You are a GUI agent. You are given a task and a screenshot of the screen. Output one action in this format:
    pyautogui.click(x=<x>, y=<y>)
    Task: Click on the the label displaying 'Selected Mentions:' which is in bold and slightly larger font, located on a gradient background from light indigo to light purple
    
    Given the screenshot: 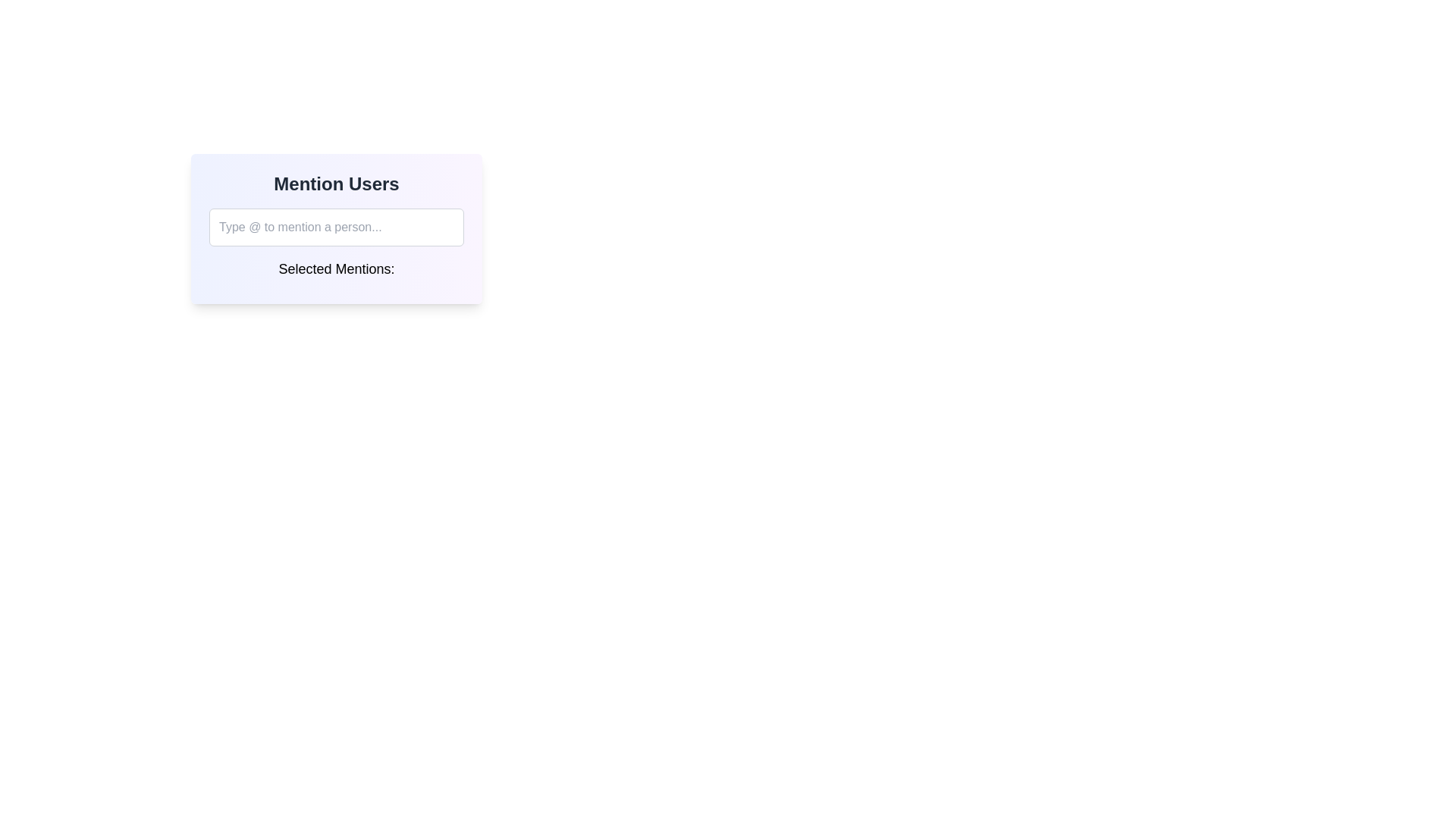 What is the action you would take?
    pyautogui.click(x=336, y=271)
    